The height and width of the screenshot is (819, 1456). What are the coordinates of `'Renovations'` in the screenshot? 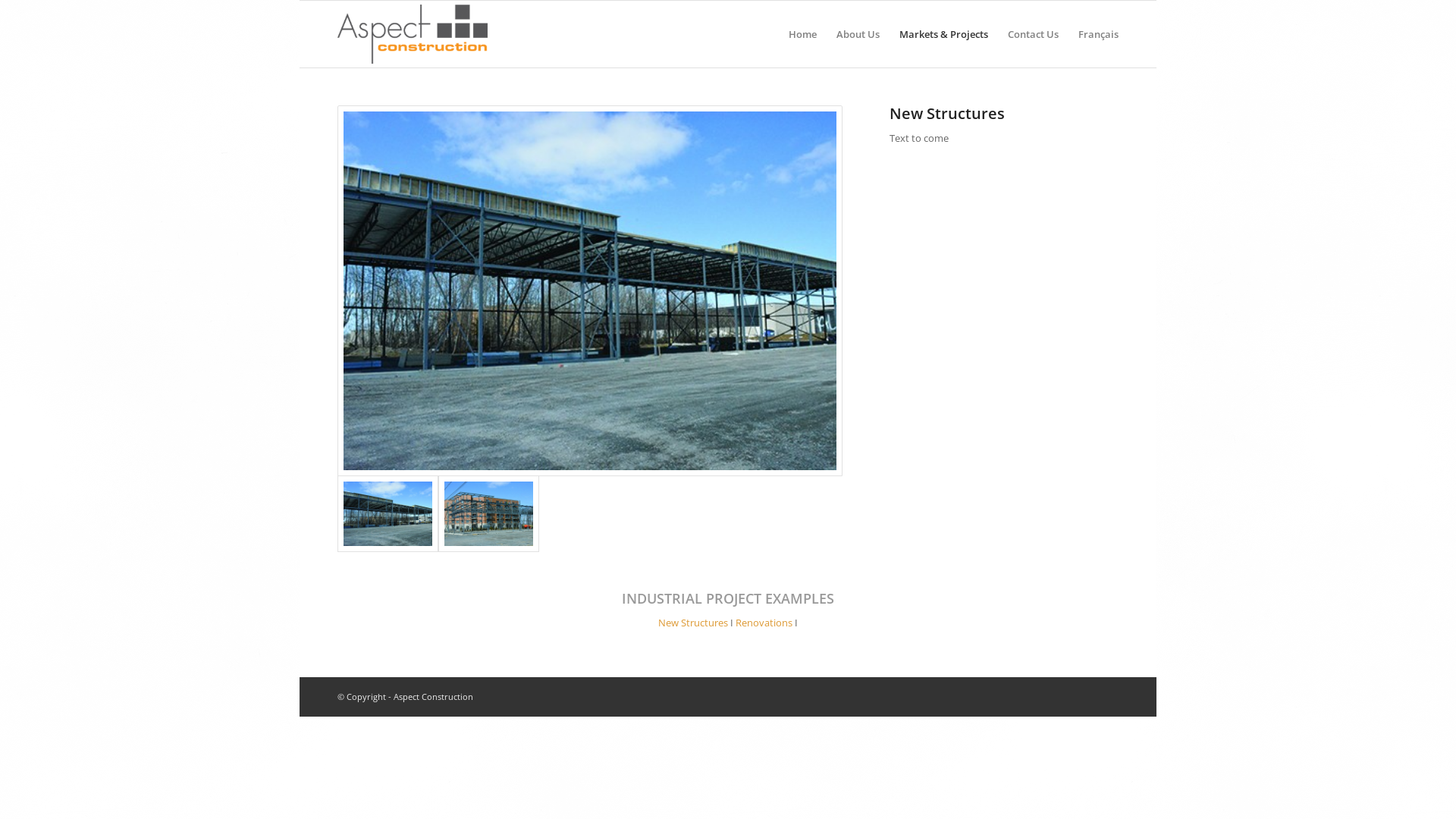 It's located at (764, 623).